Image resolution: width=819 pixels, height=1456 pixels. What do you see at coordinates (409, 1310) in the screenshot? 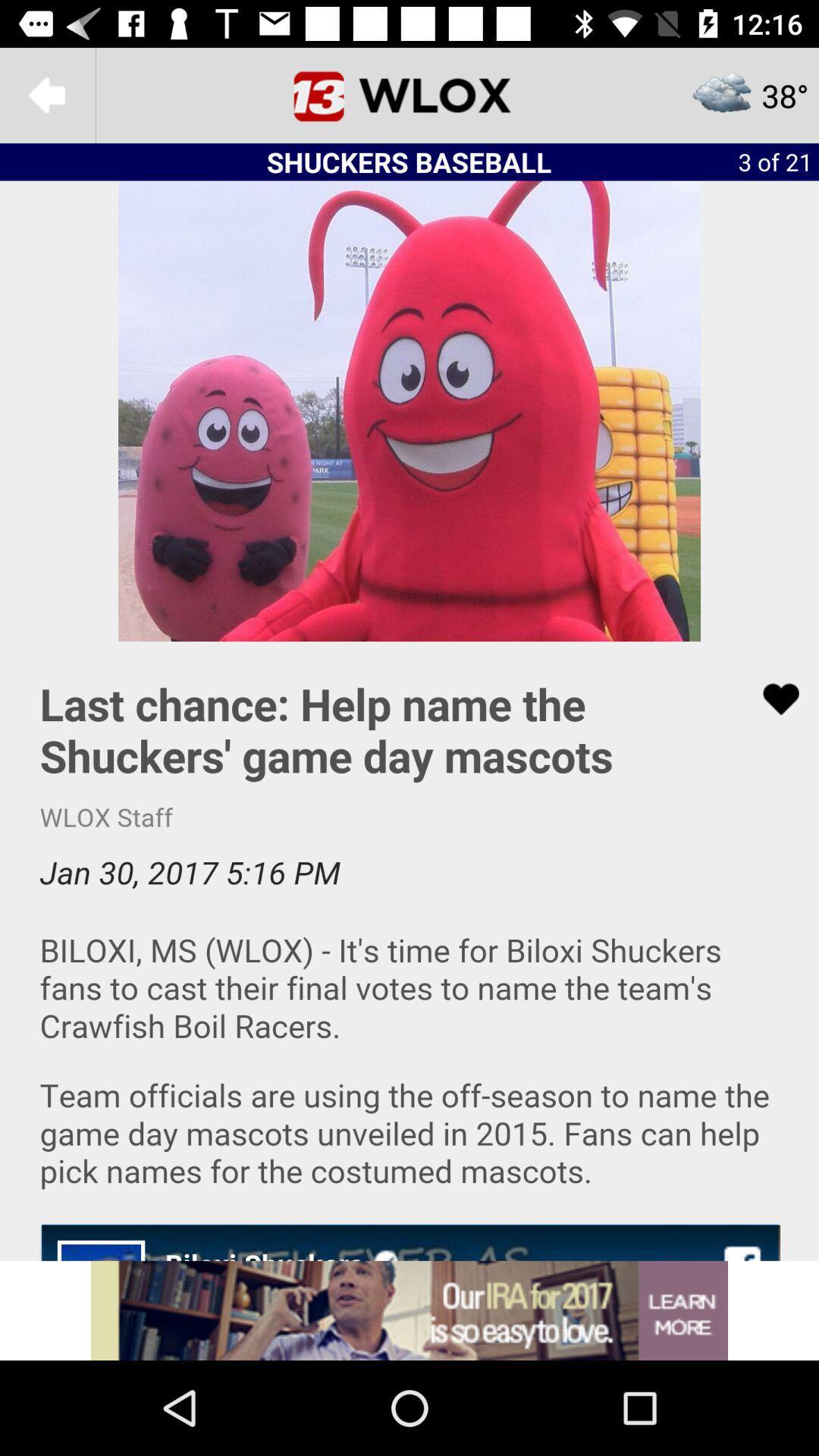
I see `open advertisement` at bounding box center [409, 1310].